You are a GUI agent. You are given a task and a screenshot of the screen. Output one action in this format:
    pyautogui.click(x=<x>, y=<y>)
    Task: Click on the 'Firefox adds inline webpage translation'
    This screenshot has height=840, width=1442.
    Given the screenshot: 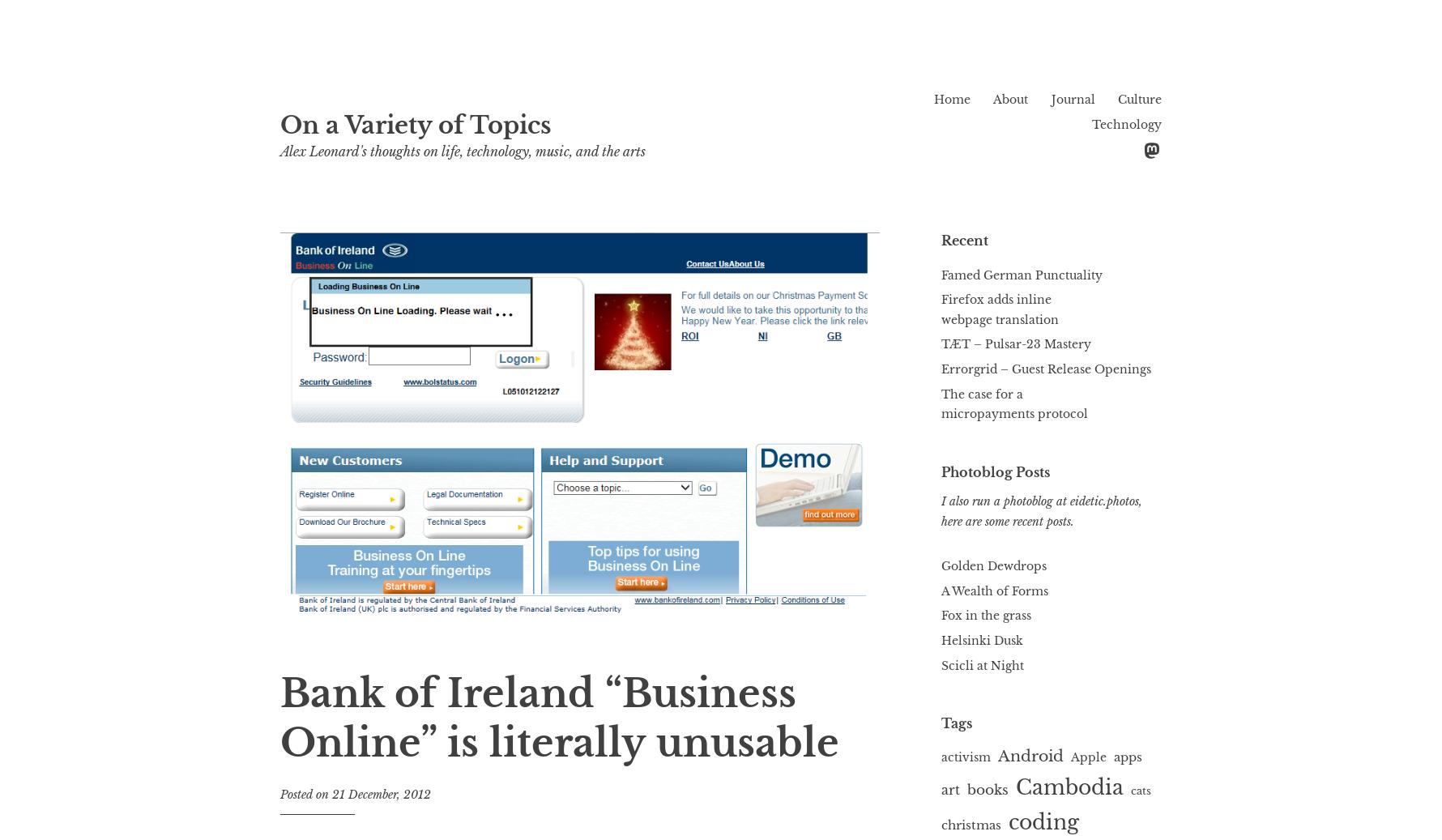 What is the action you would take?
    pyautogui.click(x=1000, y=309)
    